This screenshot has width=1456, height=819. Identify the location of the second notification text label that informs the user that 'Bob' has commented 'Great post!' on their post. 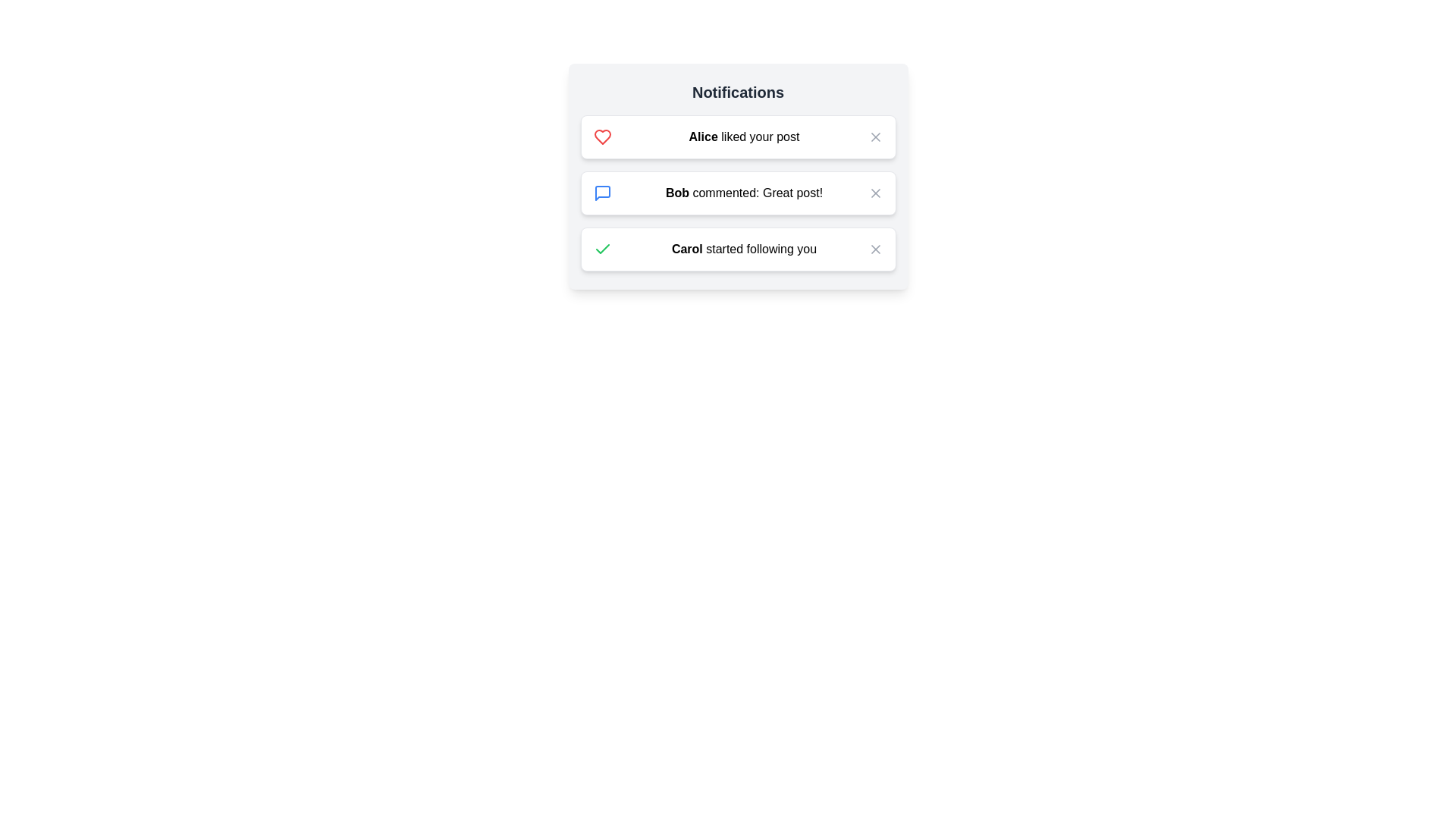
(744, 192).